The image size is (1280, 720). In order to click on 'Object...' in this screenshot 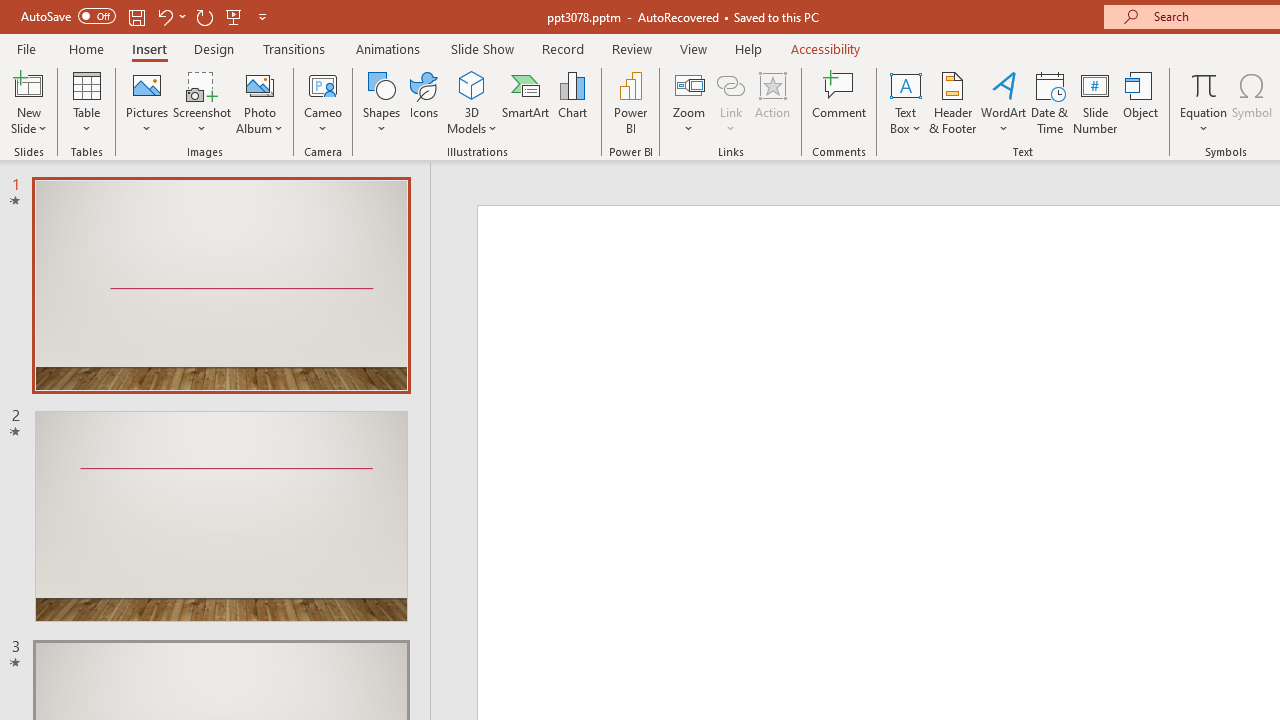, I will do `click(1141, 103)`.